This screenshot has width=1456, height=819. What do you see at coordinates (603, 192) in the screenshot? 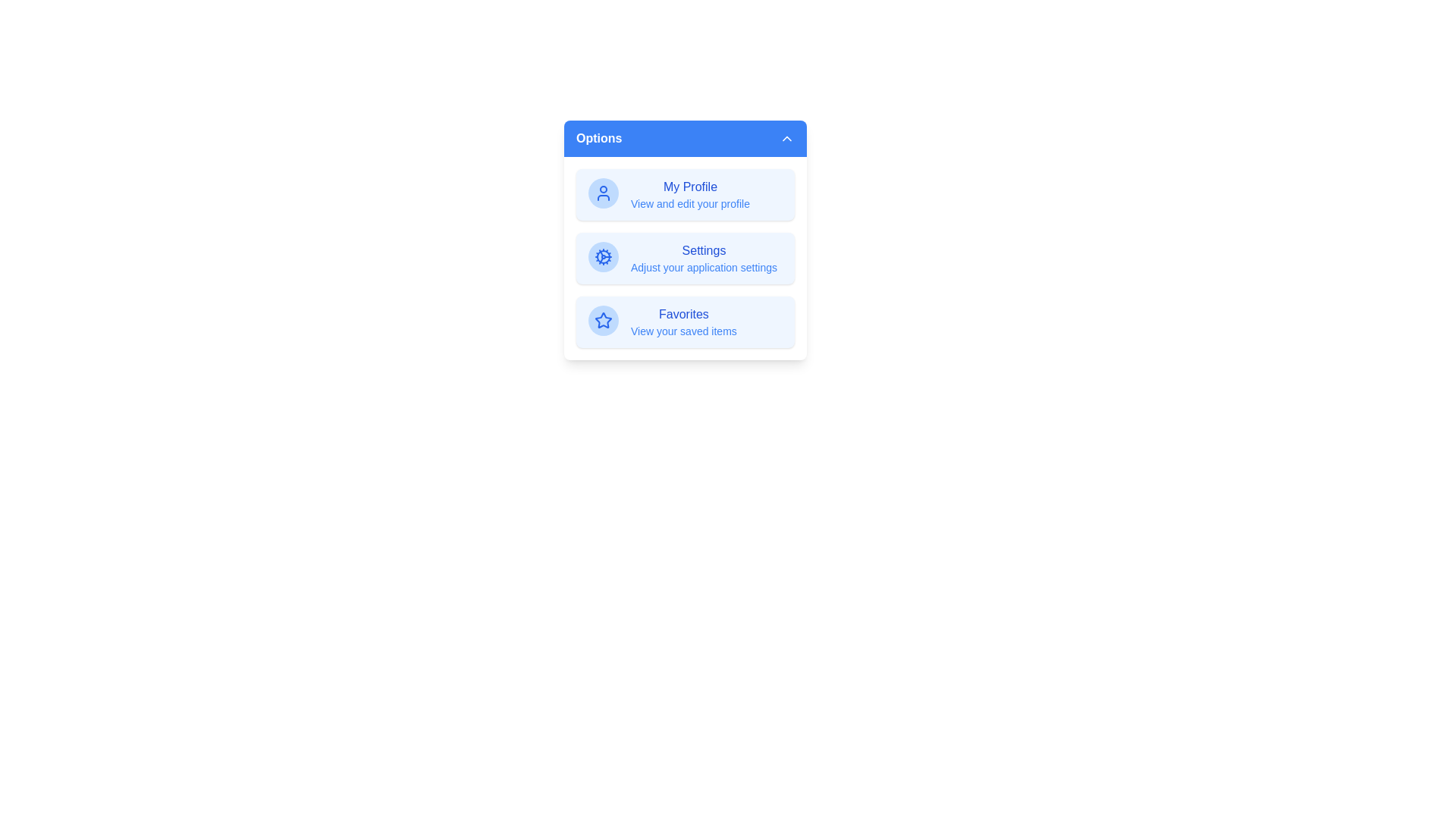
I see `the icon corresponding to the My Profile option` at bounding box center [603, 192].